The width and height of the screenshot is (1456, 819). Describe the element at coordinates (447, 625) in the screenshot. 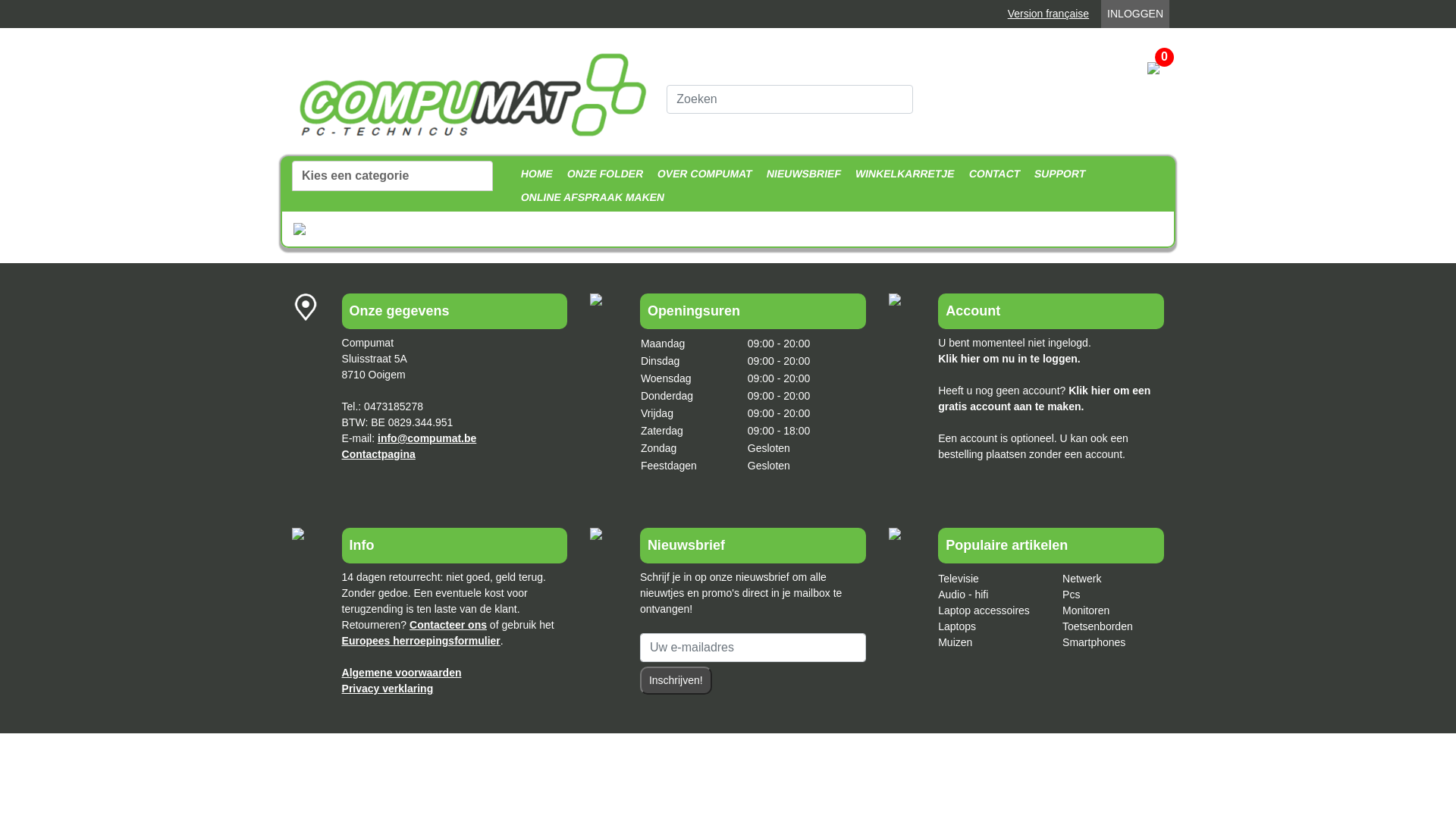

I see `'Contacteer ons'` at that location.